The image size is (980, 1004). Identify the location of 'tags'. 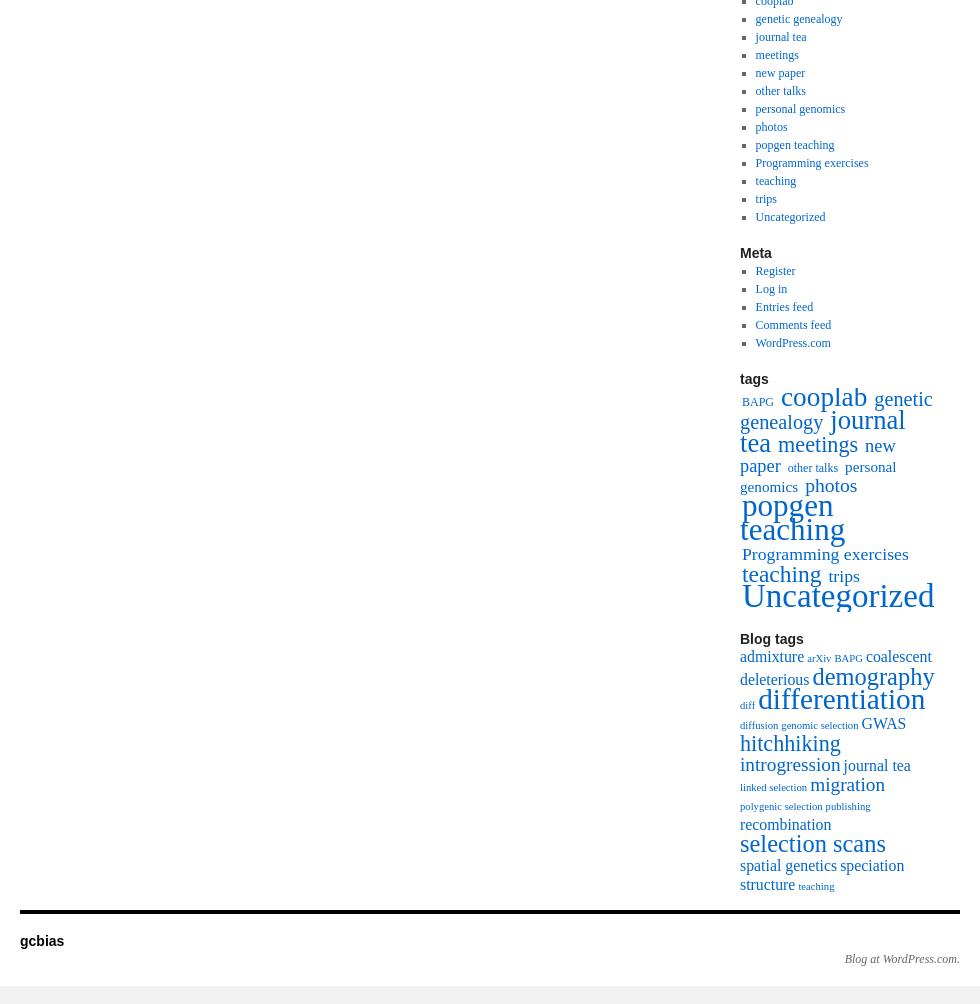
(754, 378).